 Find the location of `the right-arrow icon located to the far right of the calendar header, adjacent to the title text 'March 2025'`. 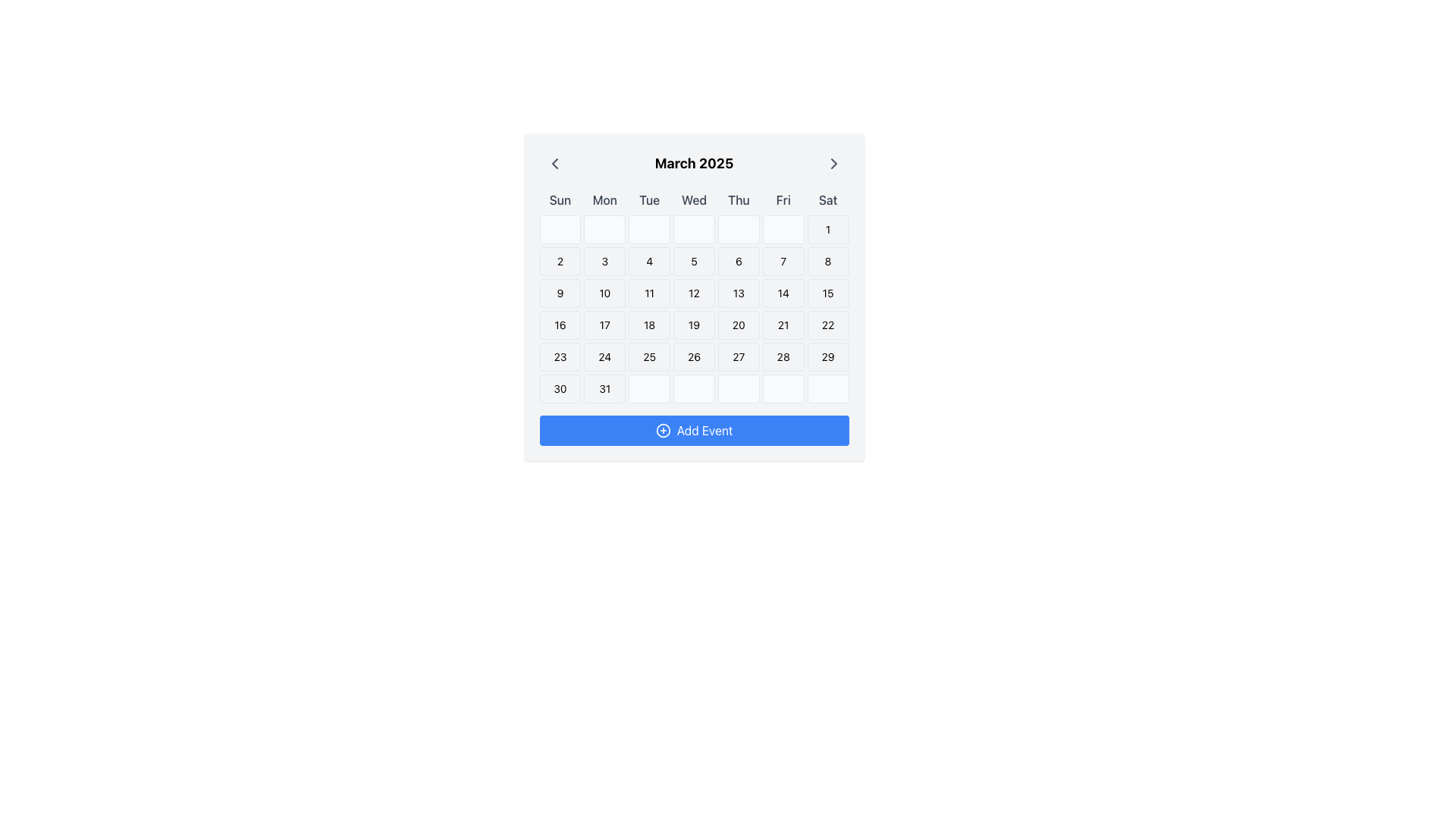

the right-arrow icon located to the far right of the calendar header, adjacent to the title text 'March 2025' is located at coordinates (833, 164).